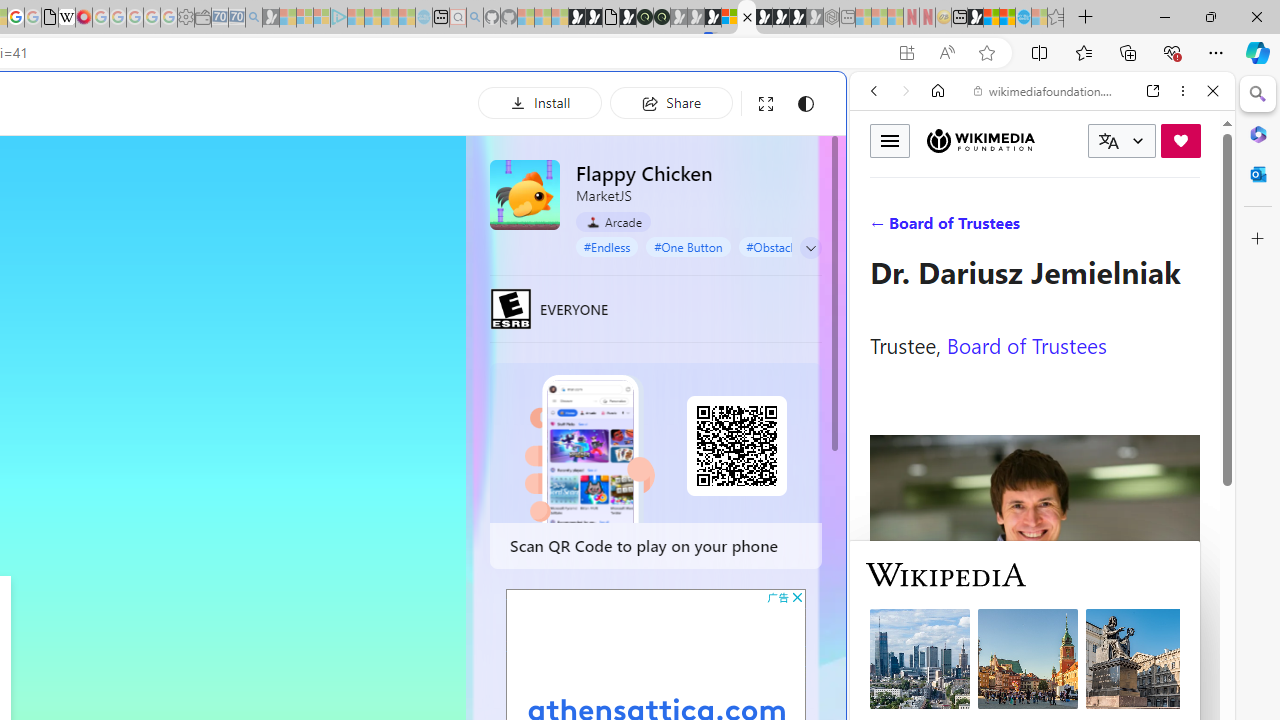 The image size is (1280, 720). I want to click on 'github - Search - Sleeping', so click(473, 17).